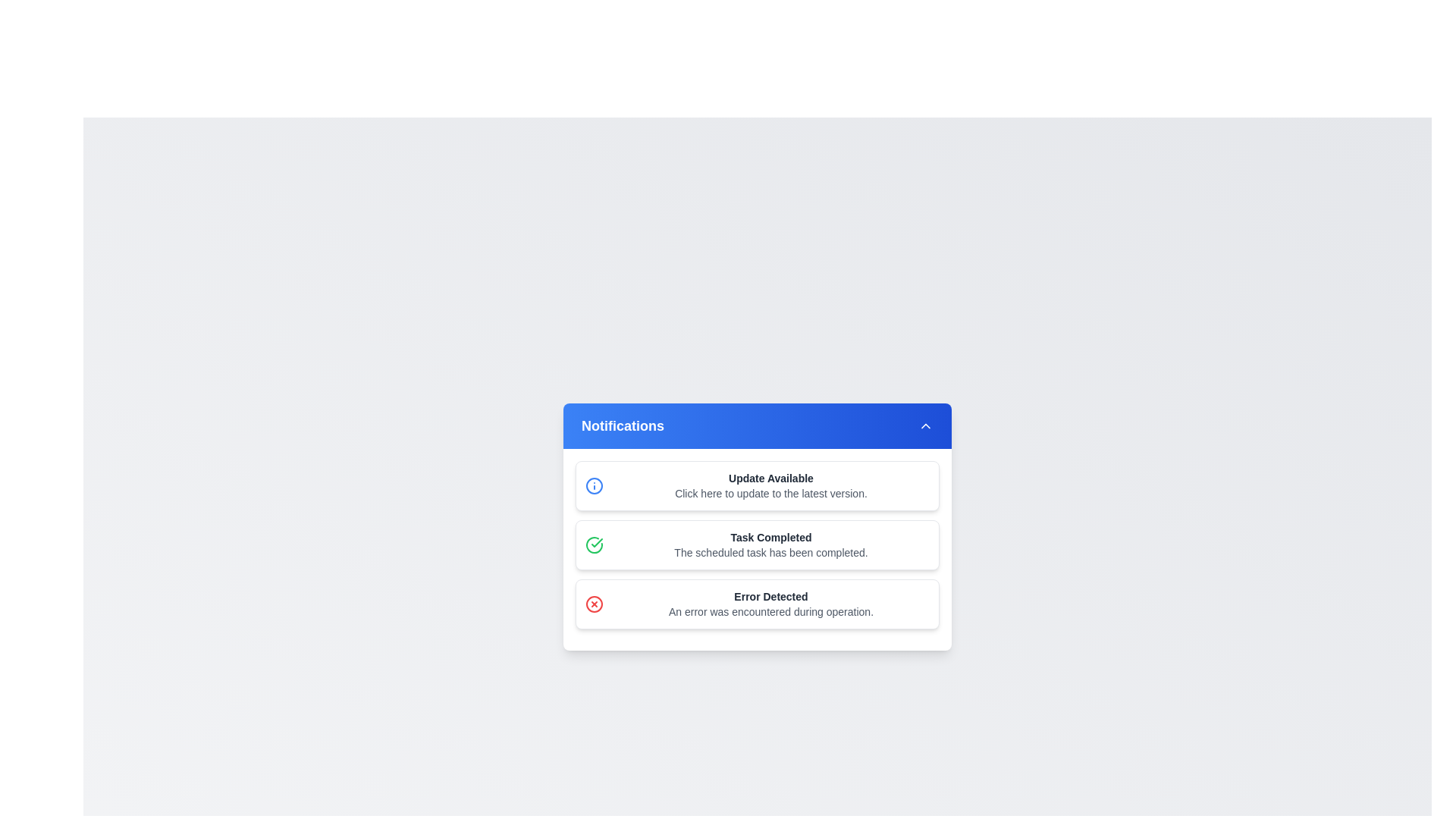 The width and height of the screenshot is (1456, 819). I want to click on the single-line text component displaying 'Click here to update to the latest version.' located in the 'Update Available' section of the 'Notifications' card, so click(771, 494).